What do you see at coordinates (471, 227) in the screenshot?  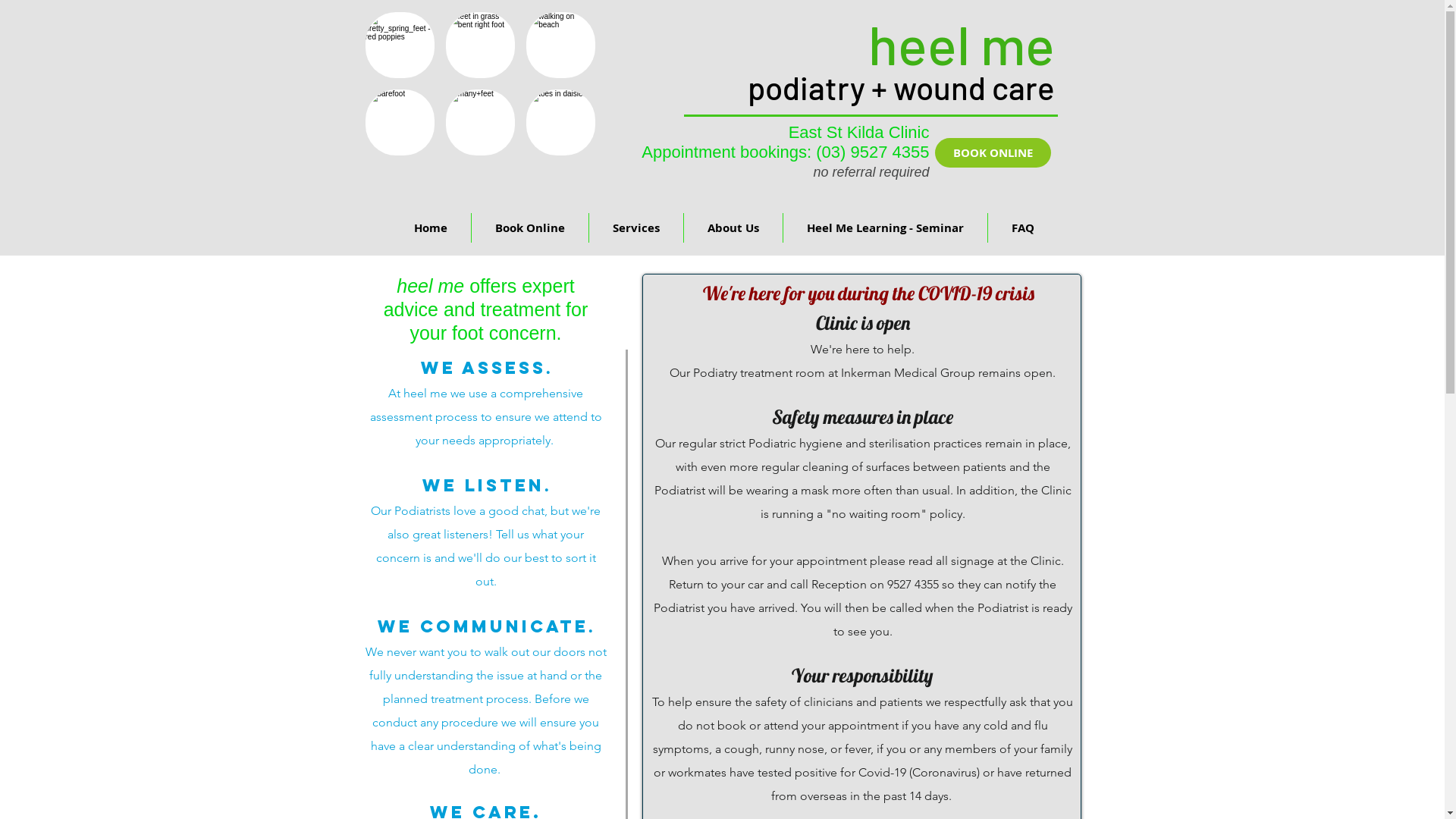 I see `'Book Online'` at bounding box center [471, 227].